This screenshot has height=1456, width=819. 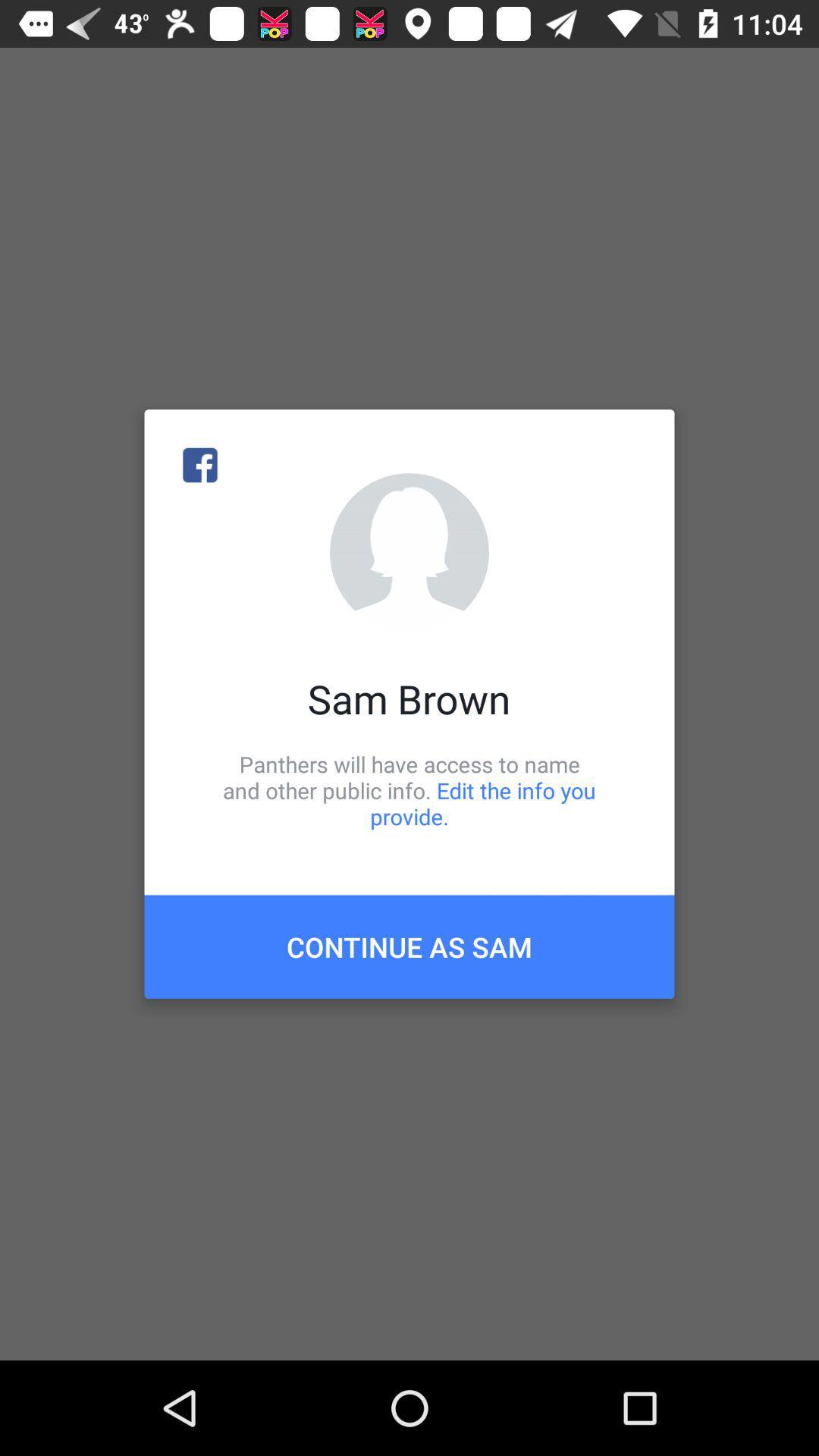 What do you see at coordinates (409, 789) in the screenshot?
I see `the item above continue as sam item` at bounding box center [409, 789].